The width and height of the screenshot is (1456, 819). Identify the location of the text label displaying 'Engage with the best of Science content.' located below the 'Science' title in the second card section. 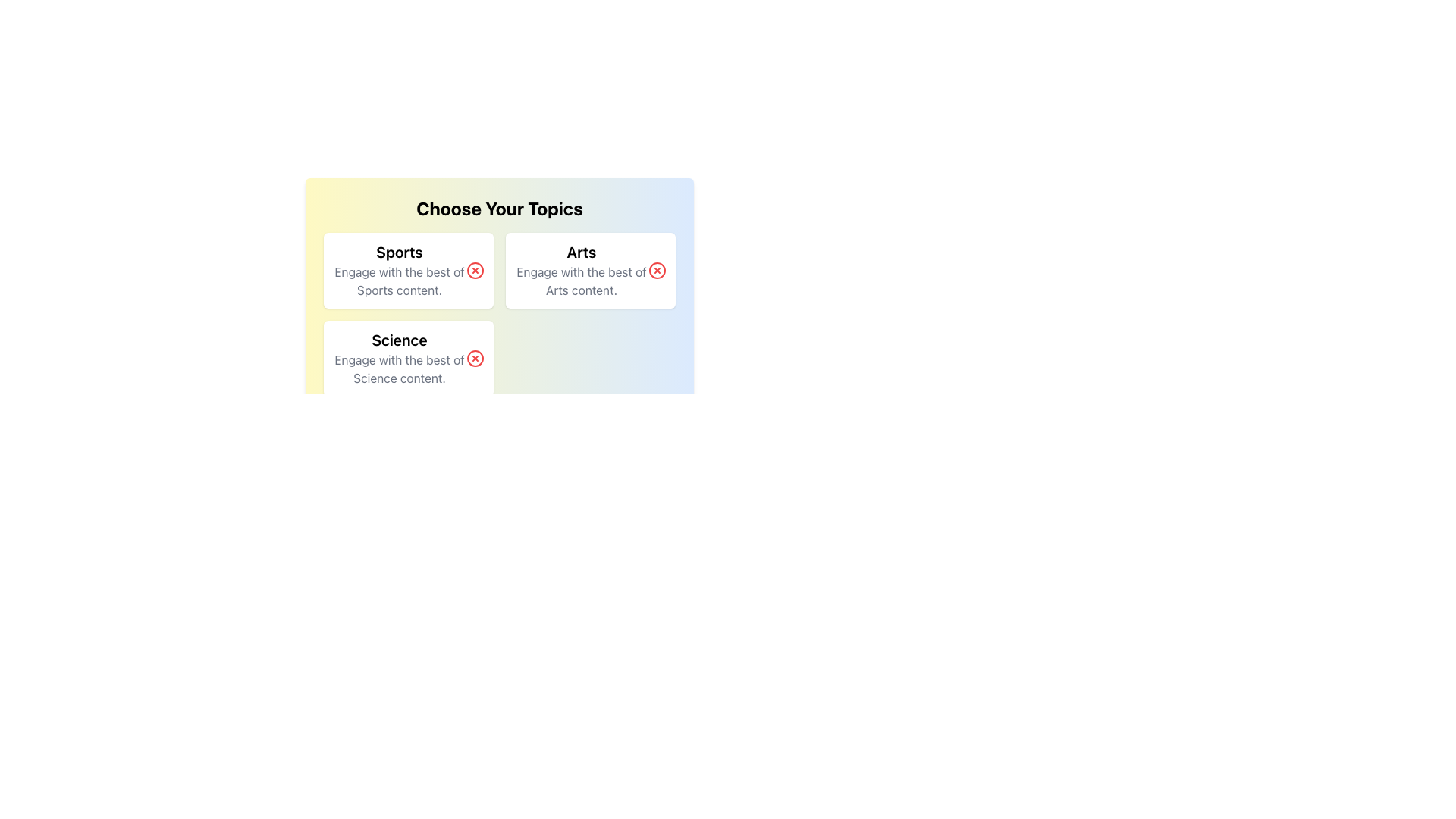
(400, 369).